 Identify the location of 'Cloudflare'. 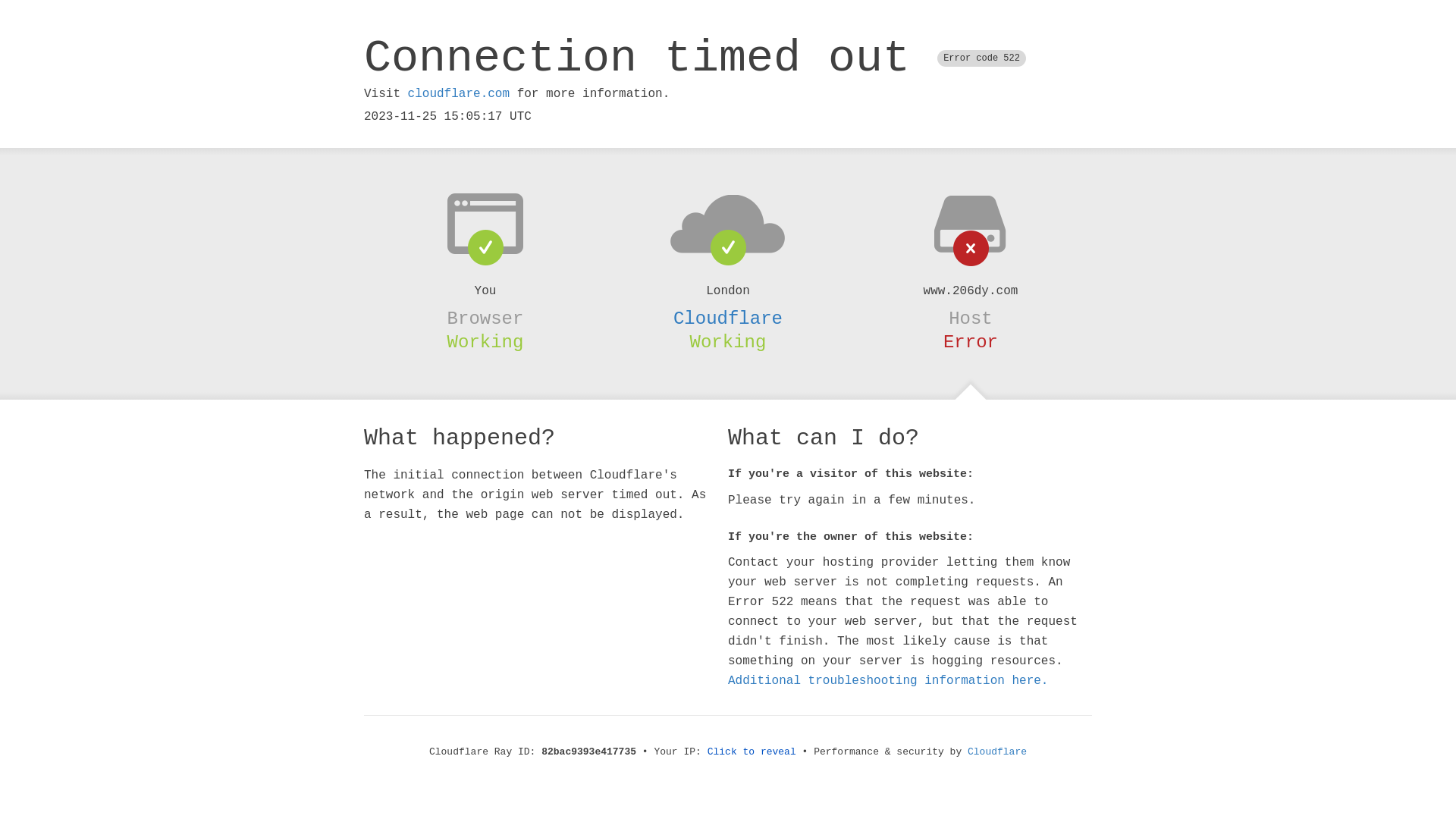
(728, 318).